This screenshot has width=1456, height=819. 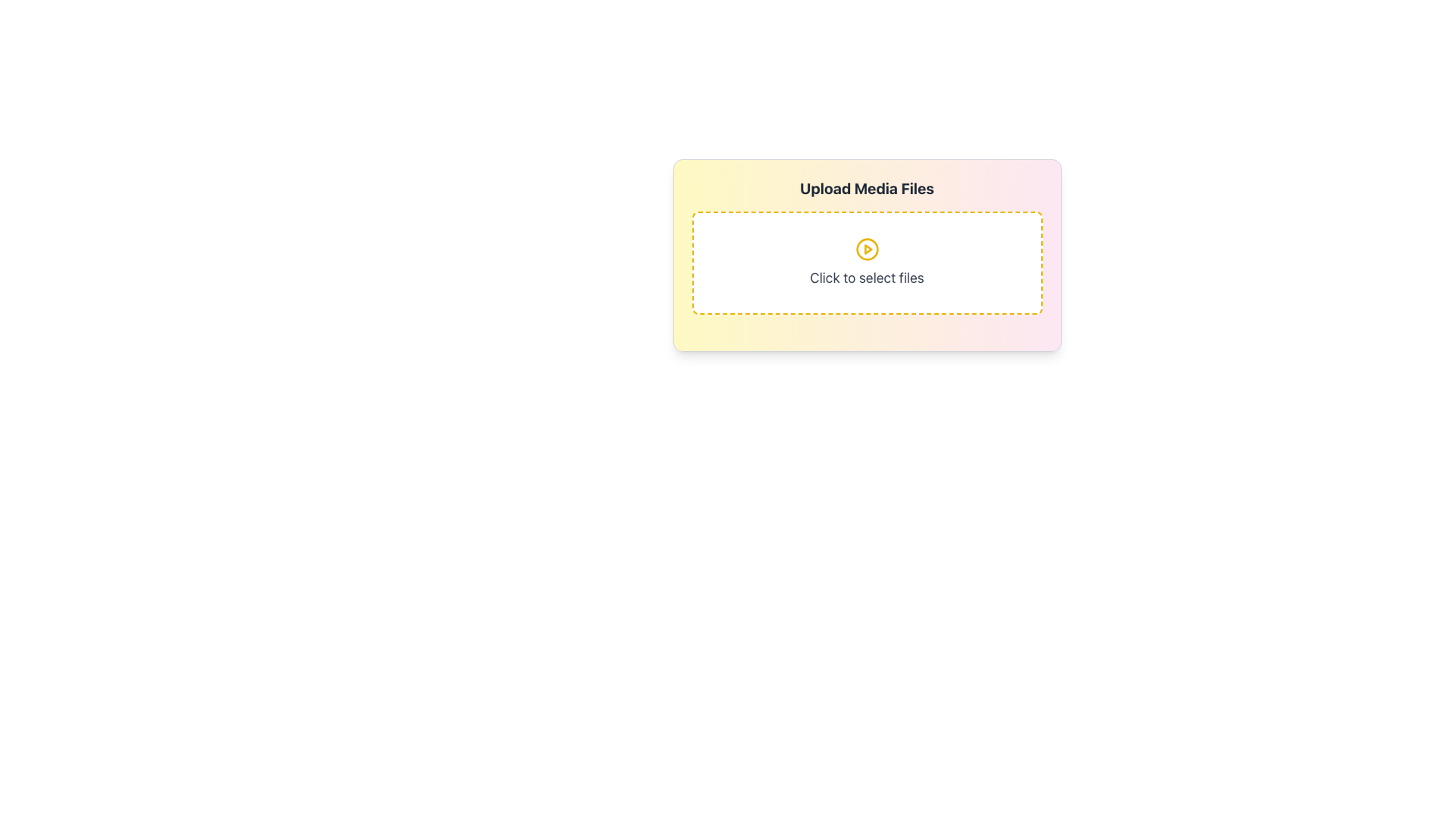 What do you see at coordinates (867, 248) in the screenshot?
I see `keyboard navigation` at bounding box center [867, 248].